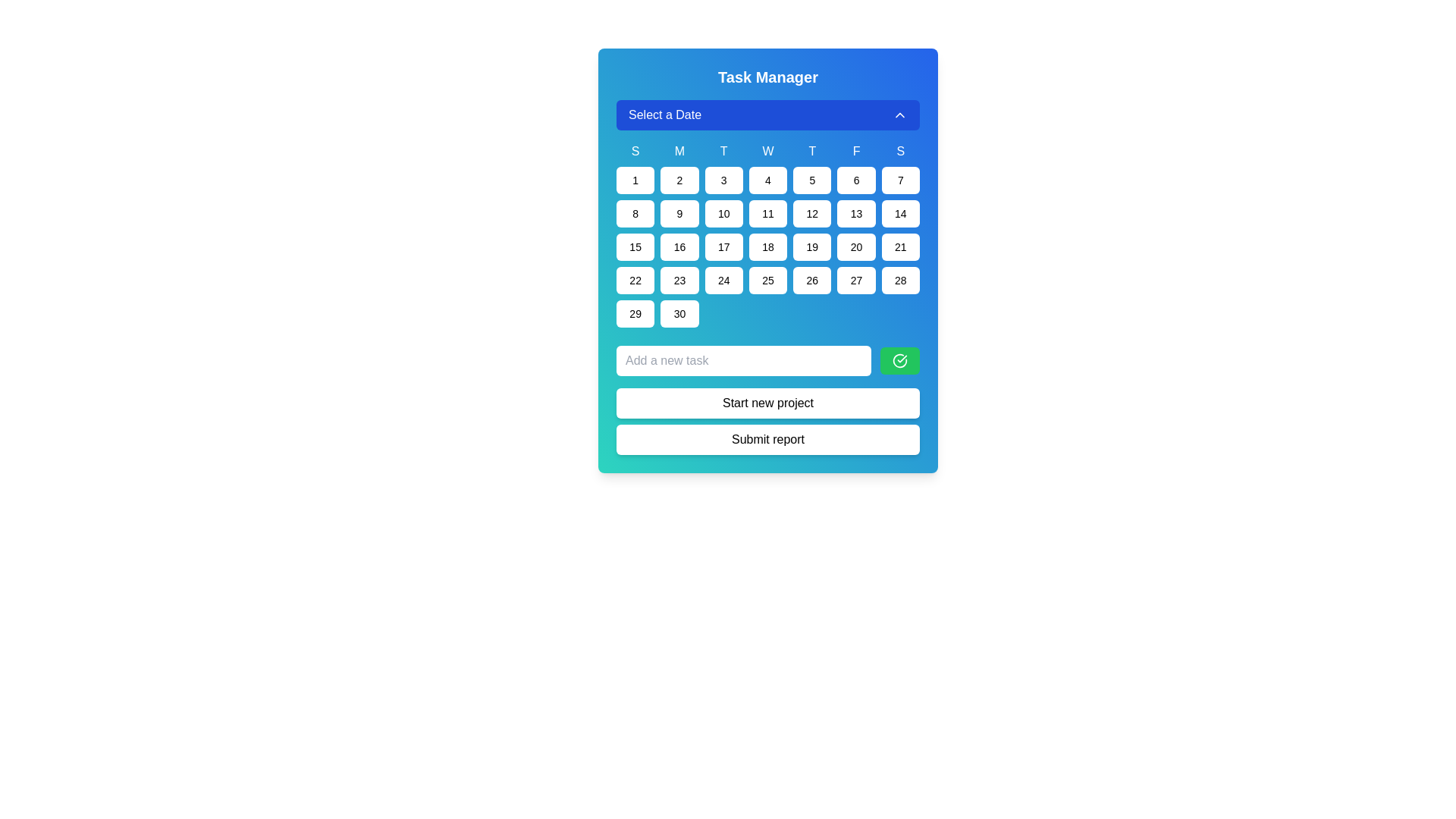 This screenshot has width=1456, height=819. What do you see at coordinates (900, 180) in the screenshot?
I see `the button representing the calendar day cell for the number '7'` at bounding box center [900, 180].